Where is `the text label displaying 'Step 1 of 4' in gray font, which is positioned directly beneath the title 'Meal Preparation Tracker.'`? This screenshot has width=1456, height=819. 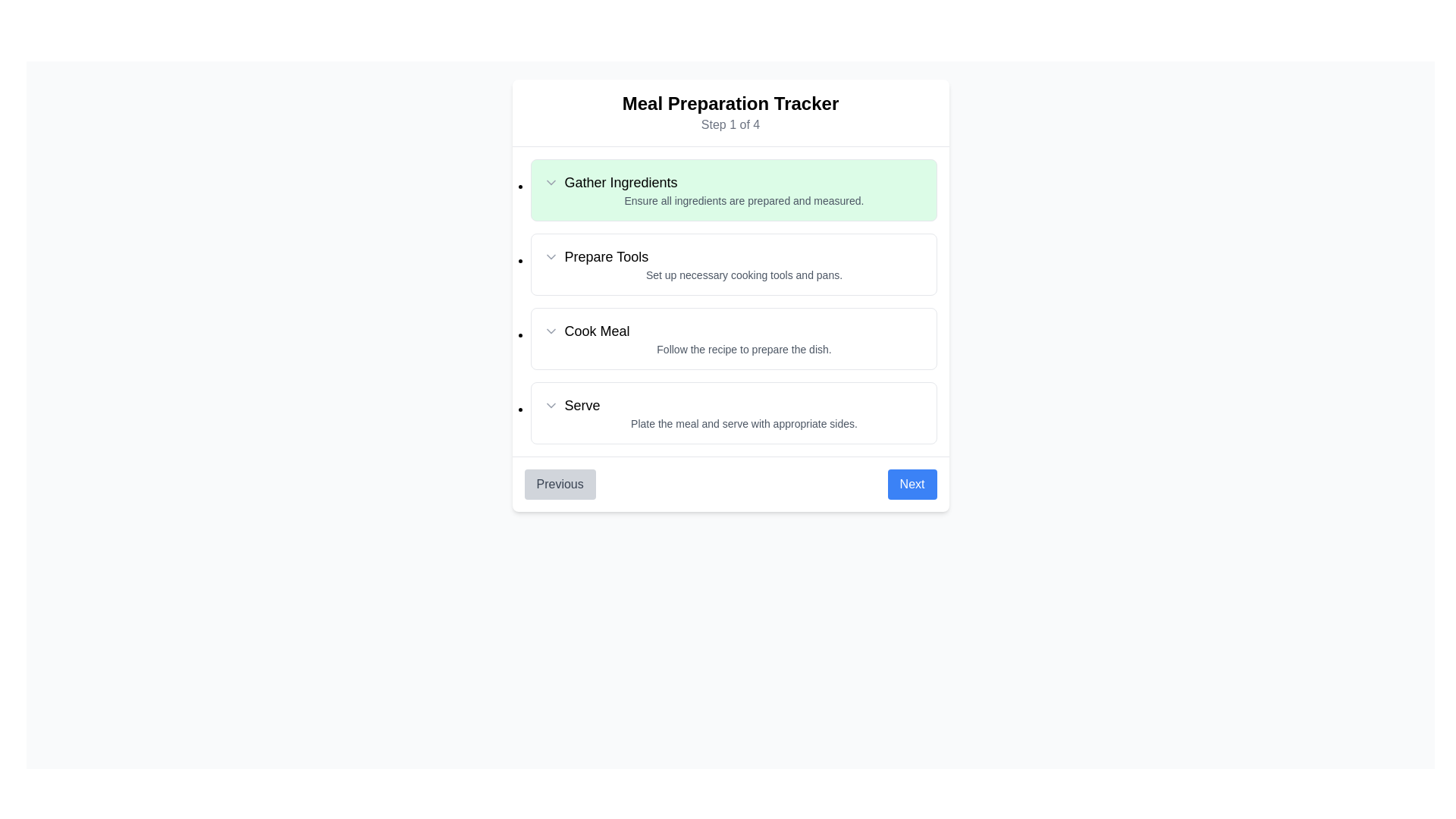
the text label displaying 'Step 1 of 4' in gray font, which is positioned directly beneath the title 'Meal Preparation Tracker.' is located at coordinates (730, 124).